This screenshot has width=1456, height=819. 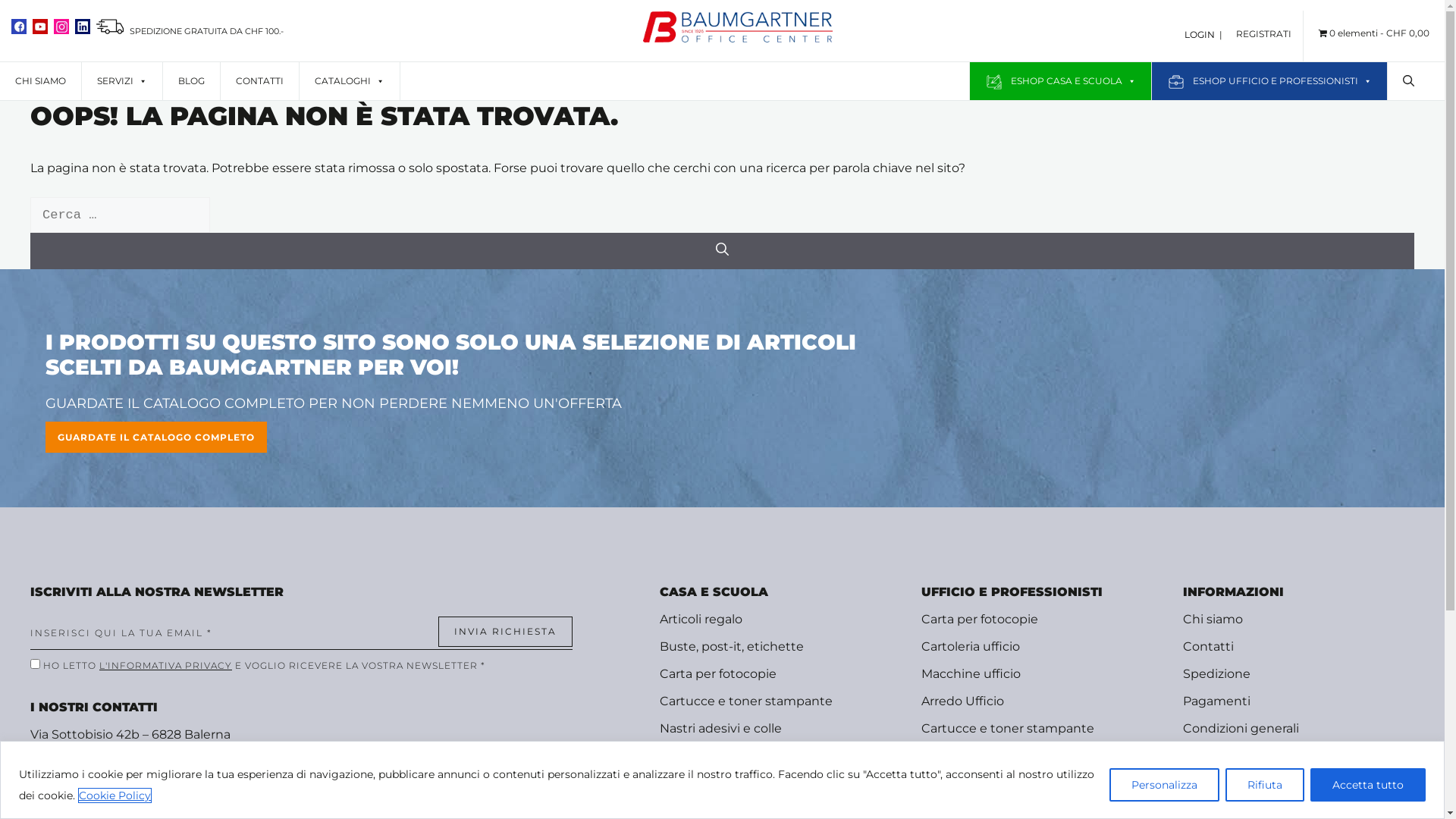 I want to click on 'CHI SIAMO', so click(x=40, y=81).